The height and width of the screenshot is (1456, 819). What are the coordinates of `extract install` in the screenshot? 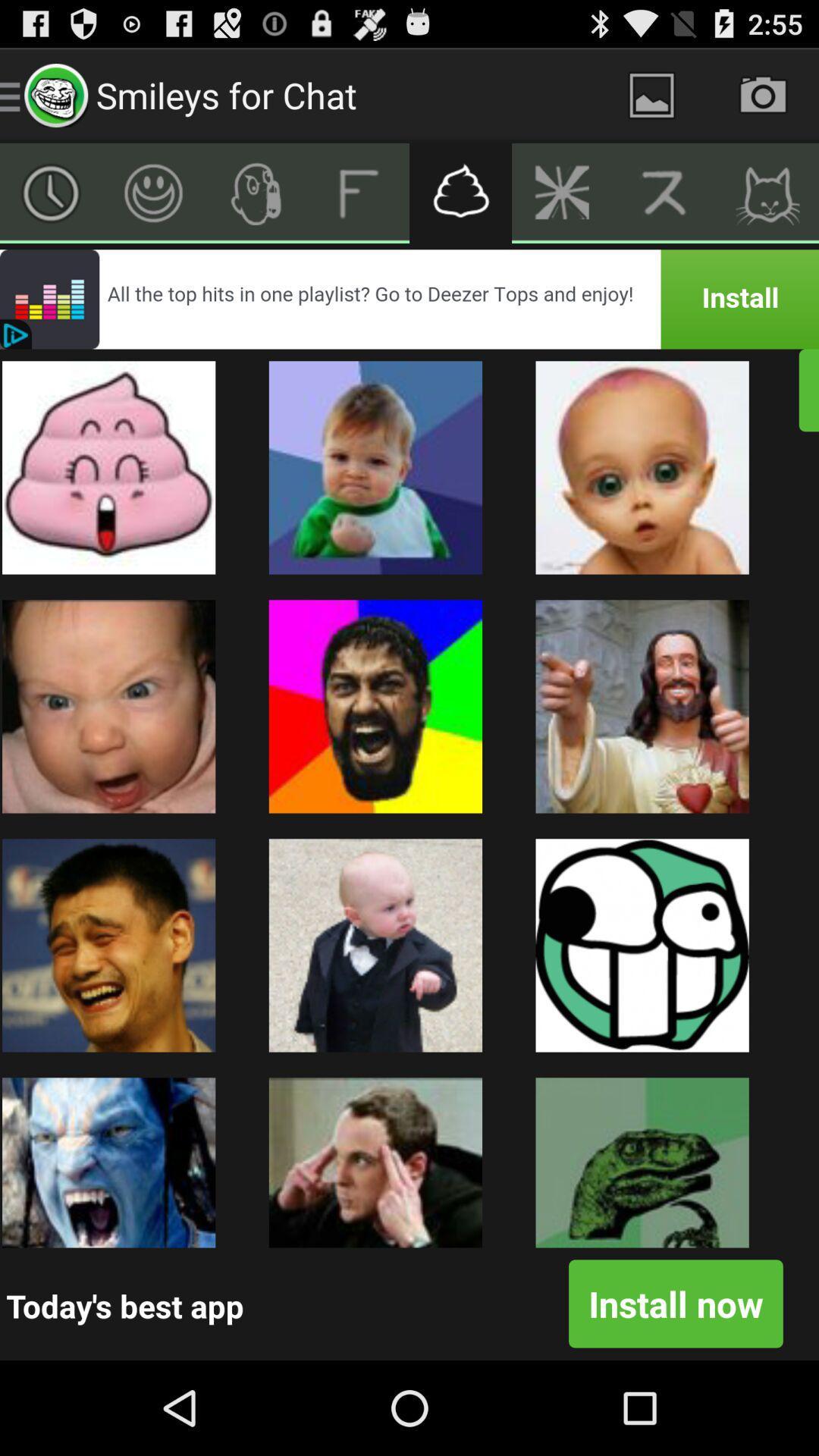 It's located at (767, 192).